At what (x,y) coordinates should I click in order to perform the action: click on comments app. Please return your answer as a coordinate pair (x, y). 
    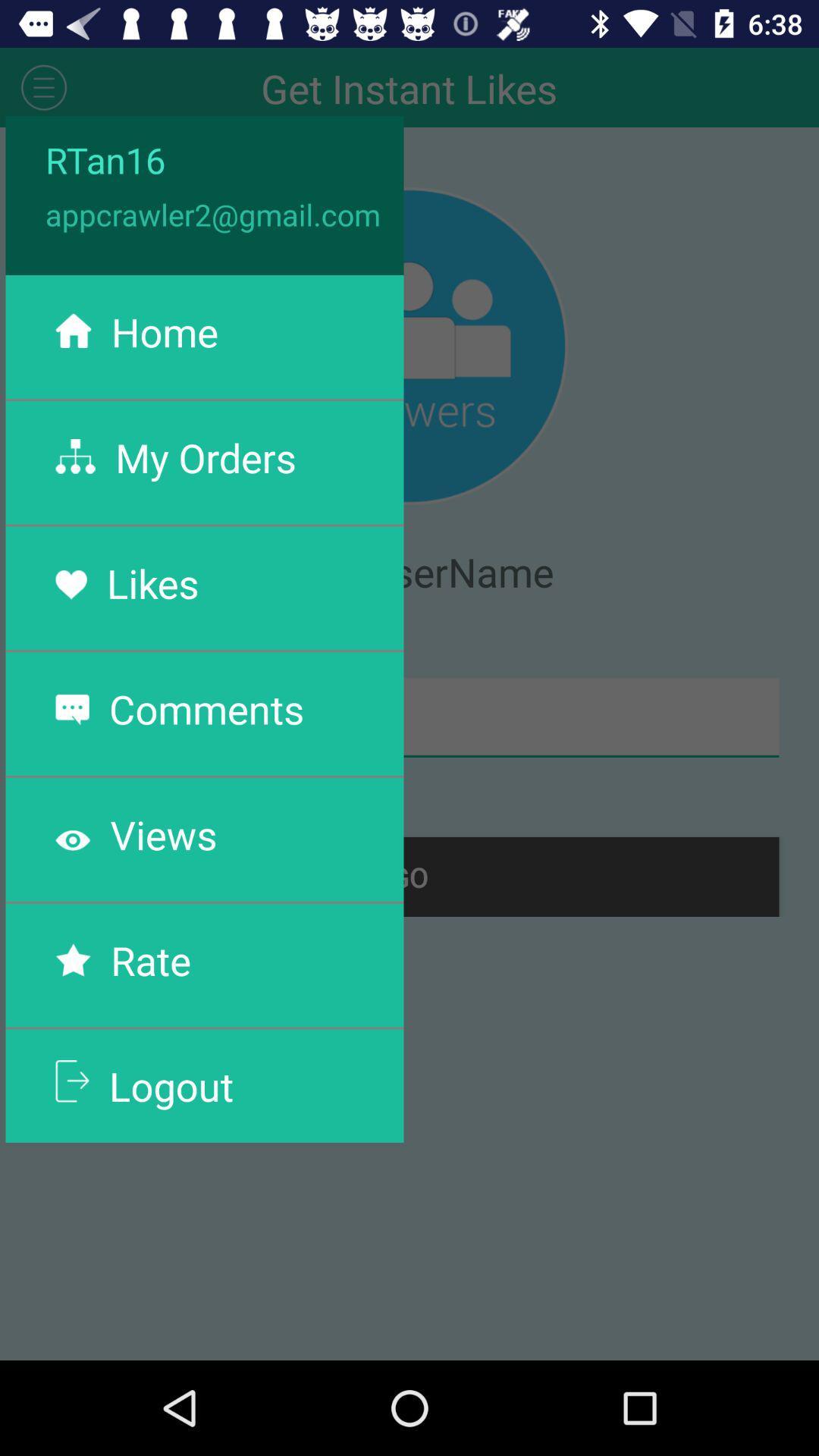
    Looking at the image, I should click on (206, 708).